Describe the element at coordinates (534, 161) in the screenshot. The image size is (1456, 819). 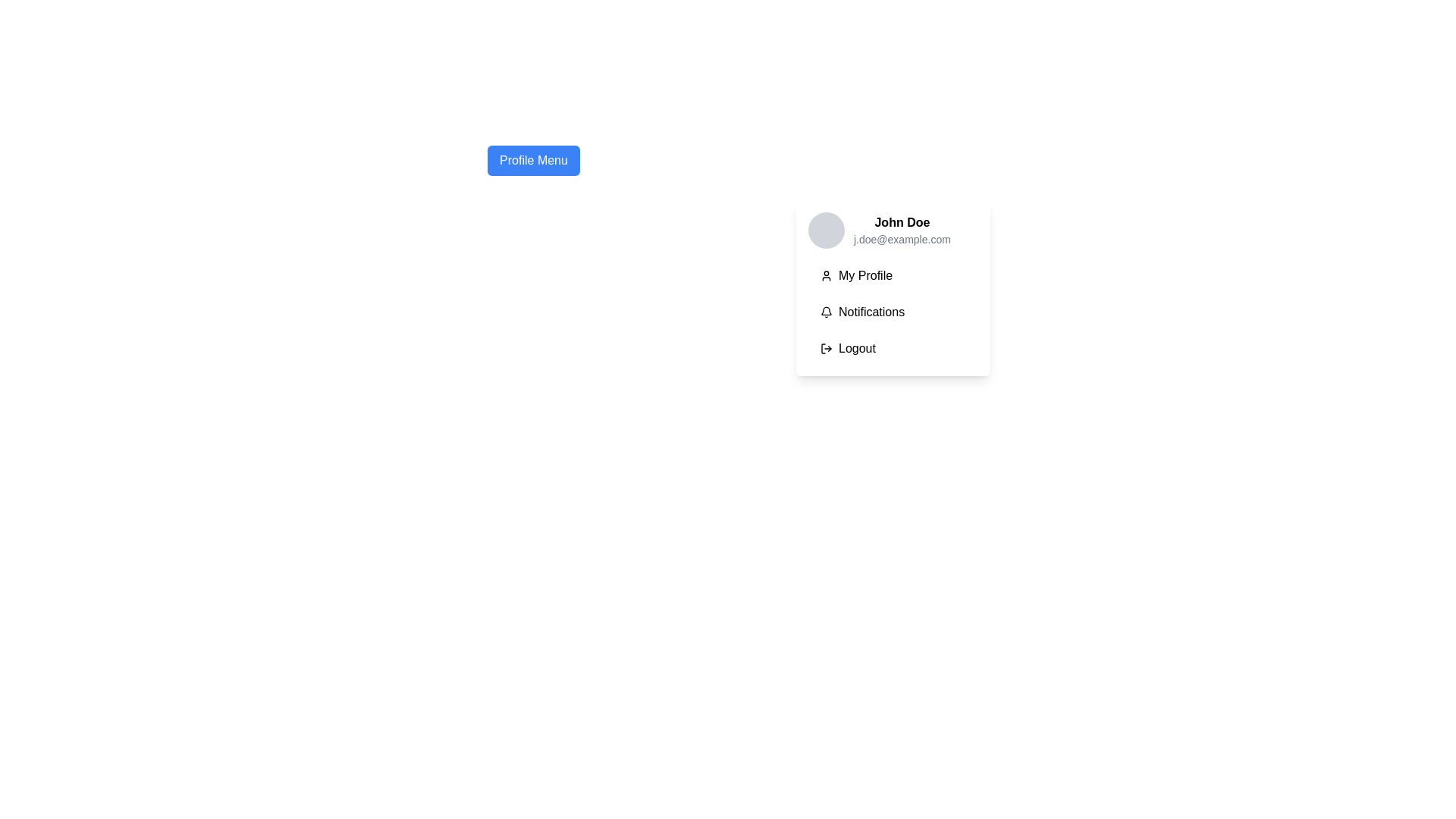
I see `the rectangular 'Profile Menu' button with a blue background and white text` at that location.